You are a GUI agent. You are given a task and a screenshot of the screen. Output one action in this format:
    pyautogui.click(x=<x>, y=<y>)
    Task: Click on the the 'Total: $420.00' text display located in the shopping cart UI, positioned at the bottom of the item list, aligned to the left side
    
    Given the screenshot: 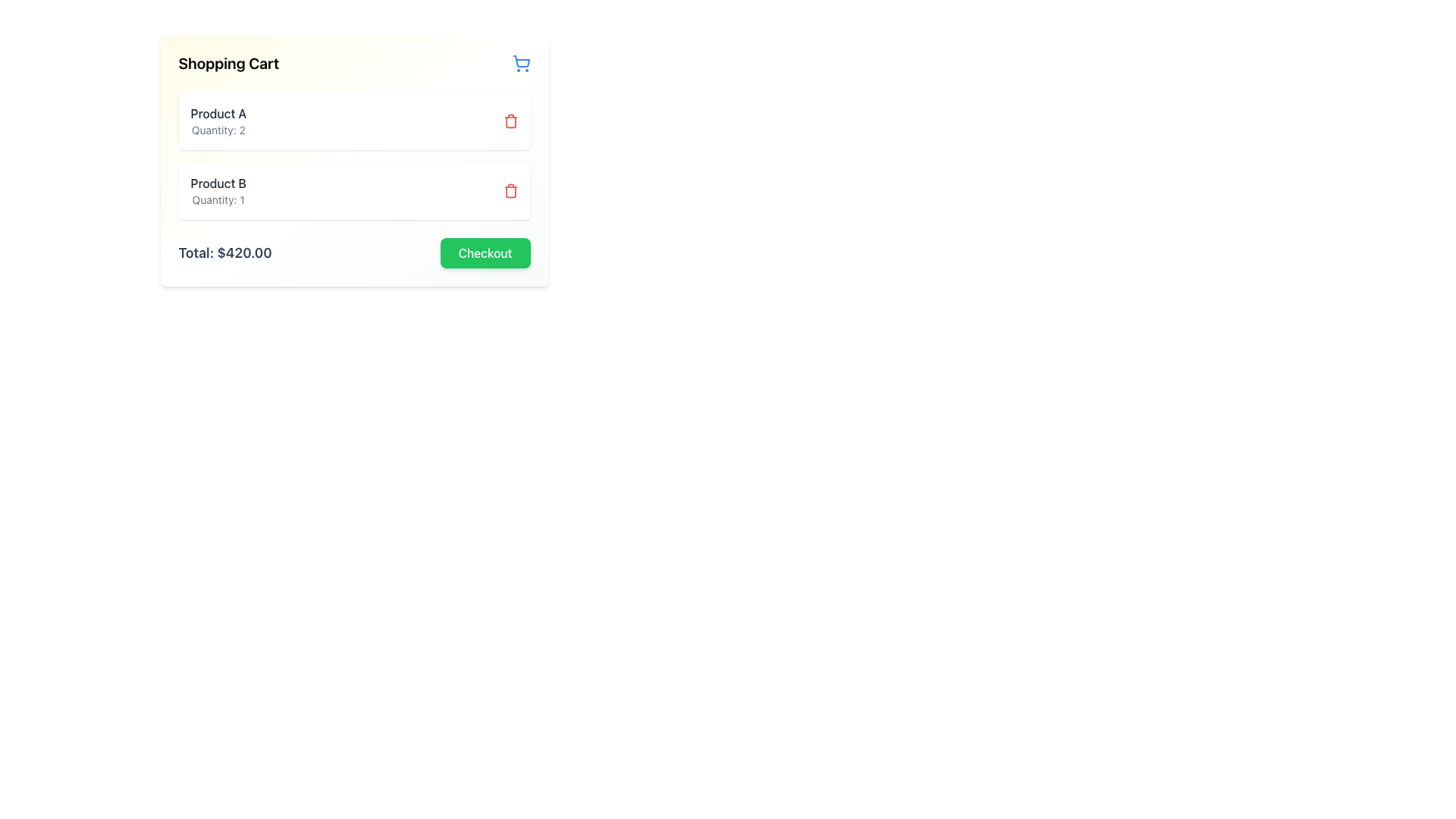 What is the action you would take?
    pyautogui.click(x=224, y=253)
    